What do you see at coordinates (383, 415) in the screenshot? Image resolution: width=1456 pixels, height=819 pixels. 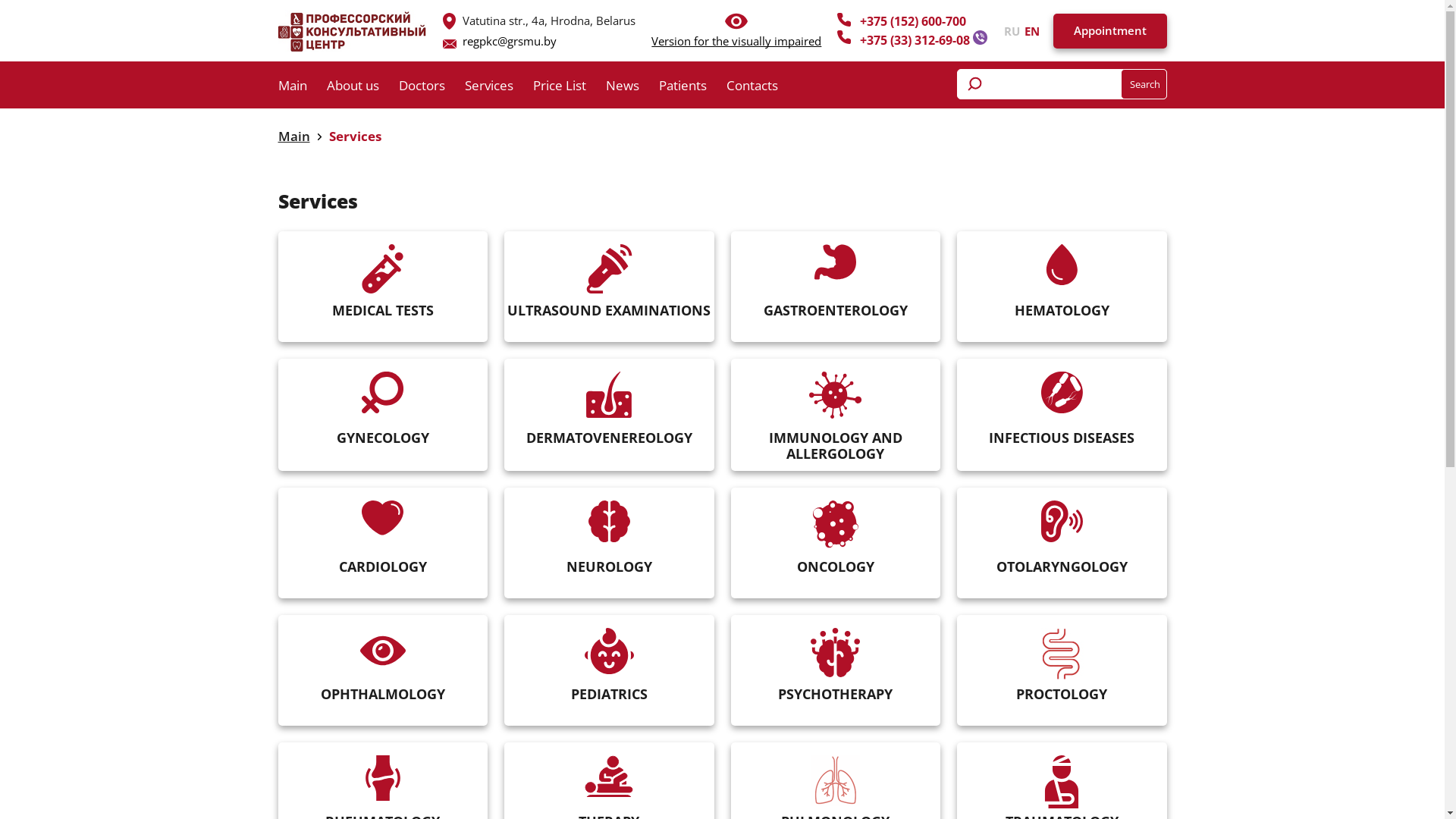 I see `'GYNECOLOGY'` at bounding box center [383, 415].